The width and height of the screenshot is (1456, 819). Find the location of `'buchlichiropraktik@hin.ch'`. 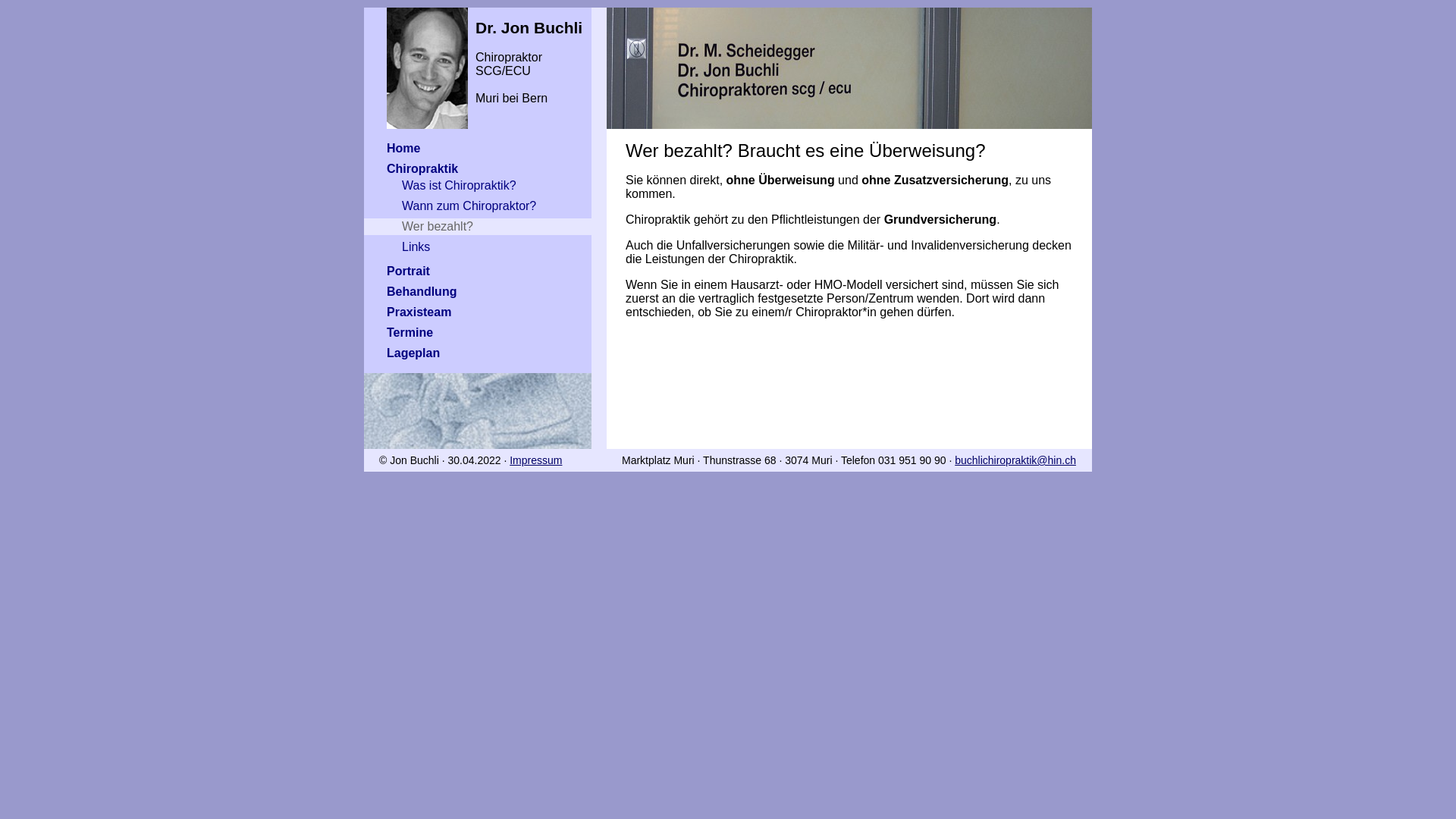

'buchlichiropraktik@hin.ch' is located at coordinates (1015, 459).